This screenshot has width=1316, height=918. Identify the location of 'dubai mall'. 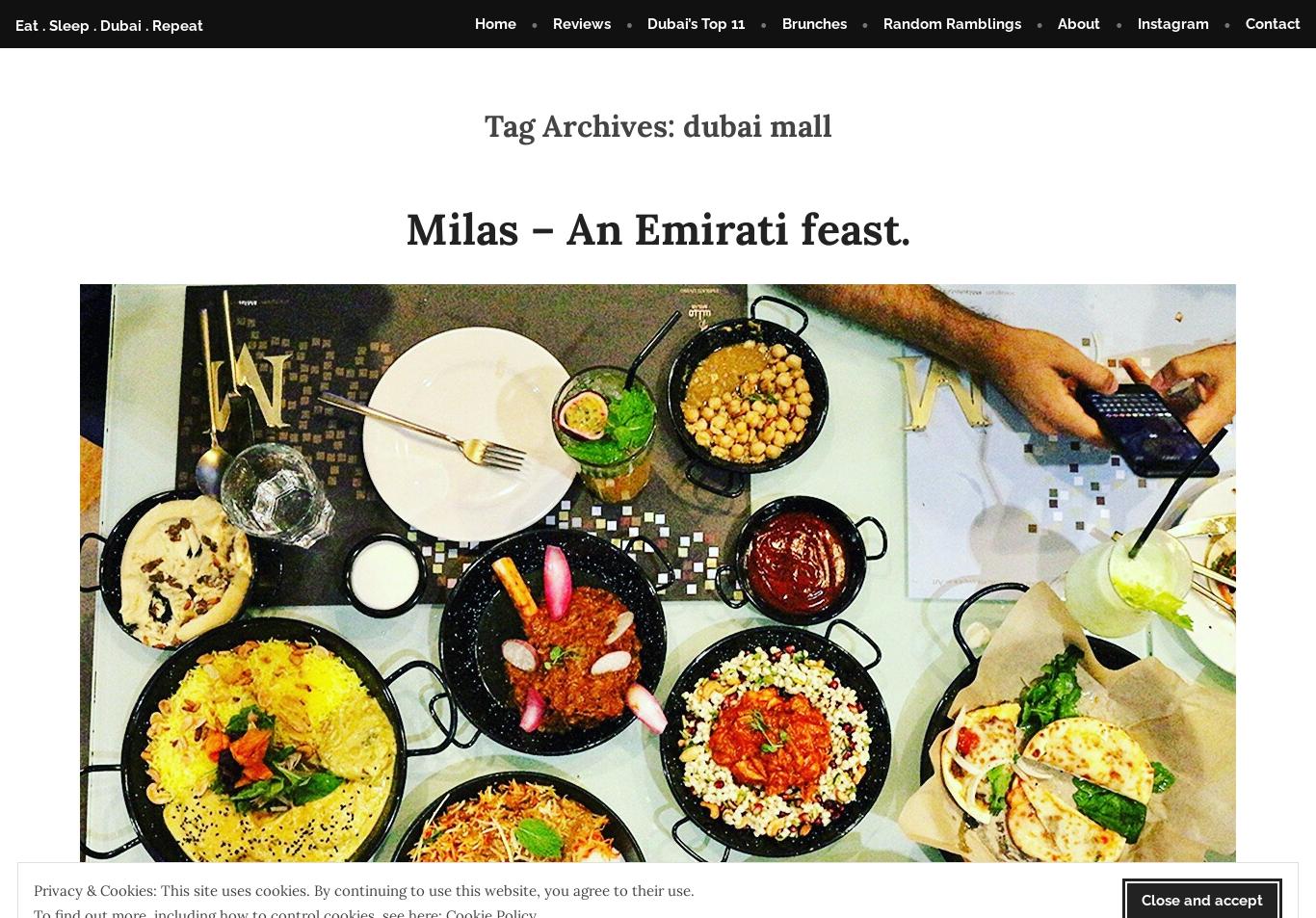
(681, 125).